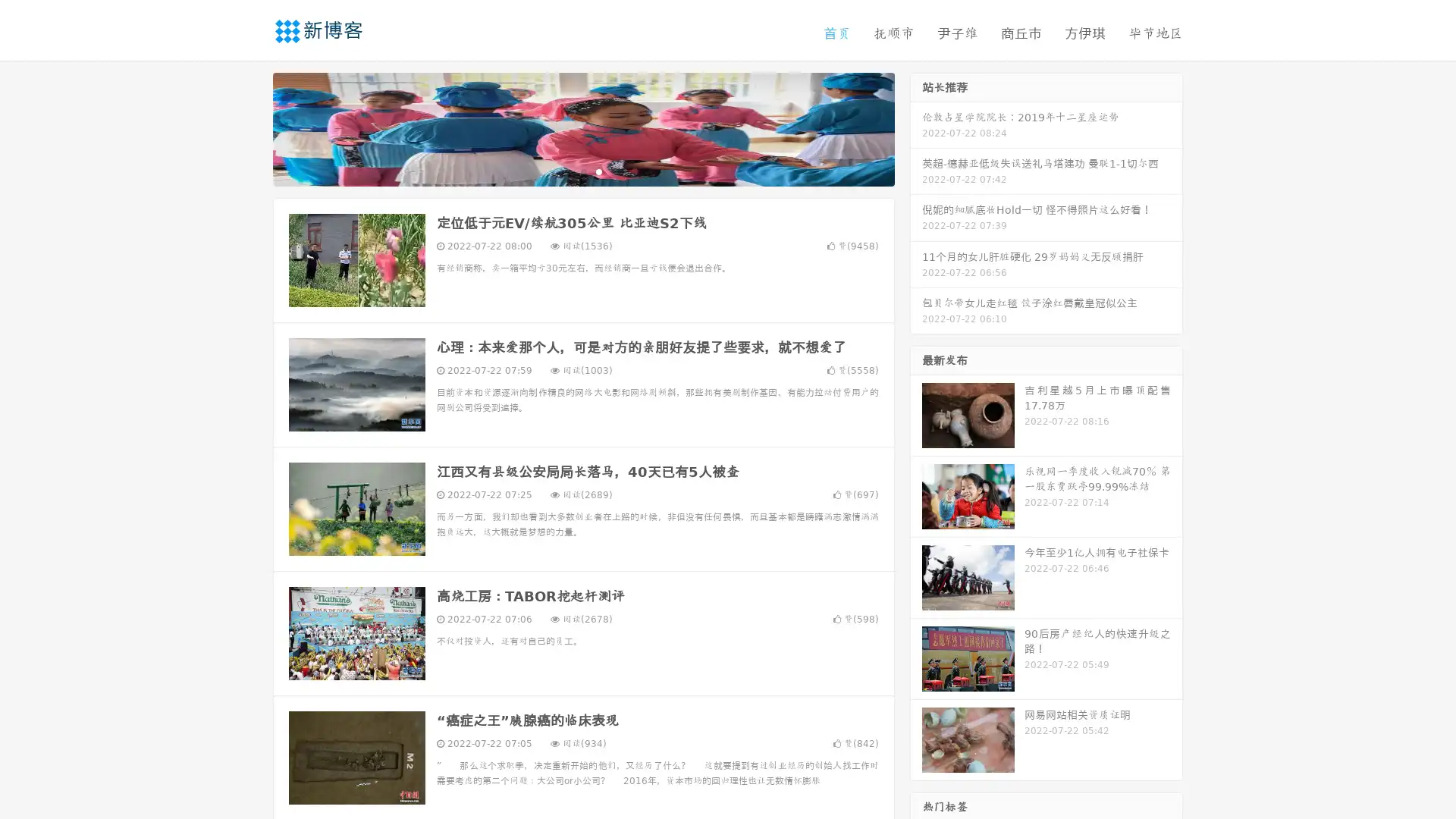 Image resolution: width=1456 pixels, height=819 pixels. What do you see at coordinates (582, 171) in the screenshot?
I see `Go to slide 2` at bounding box center [582, 171].